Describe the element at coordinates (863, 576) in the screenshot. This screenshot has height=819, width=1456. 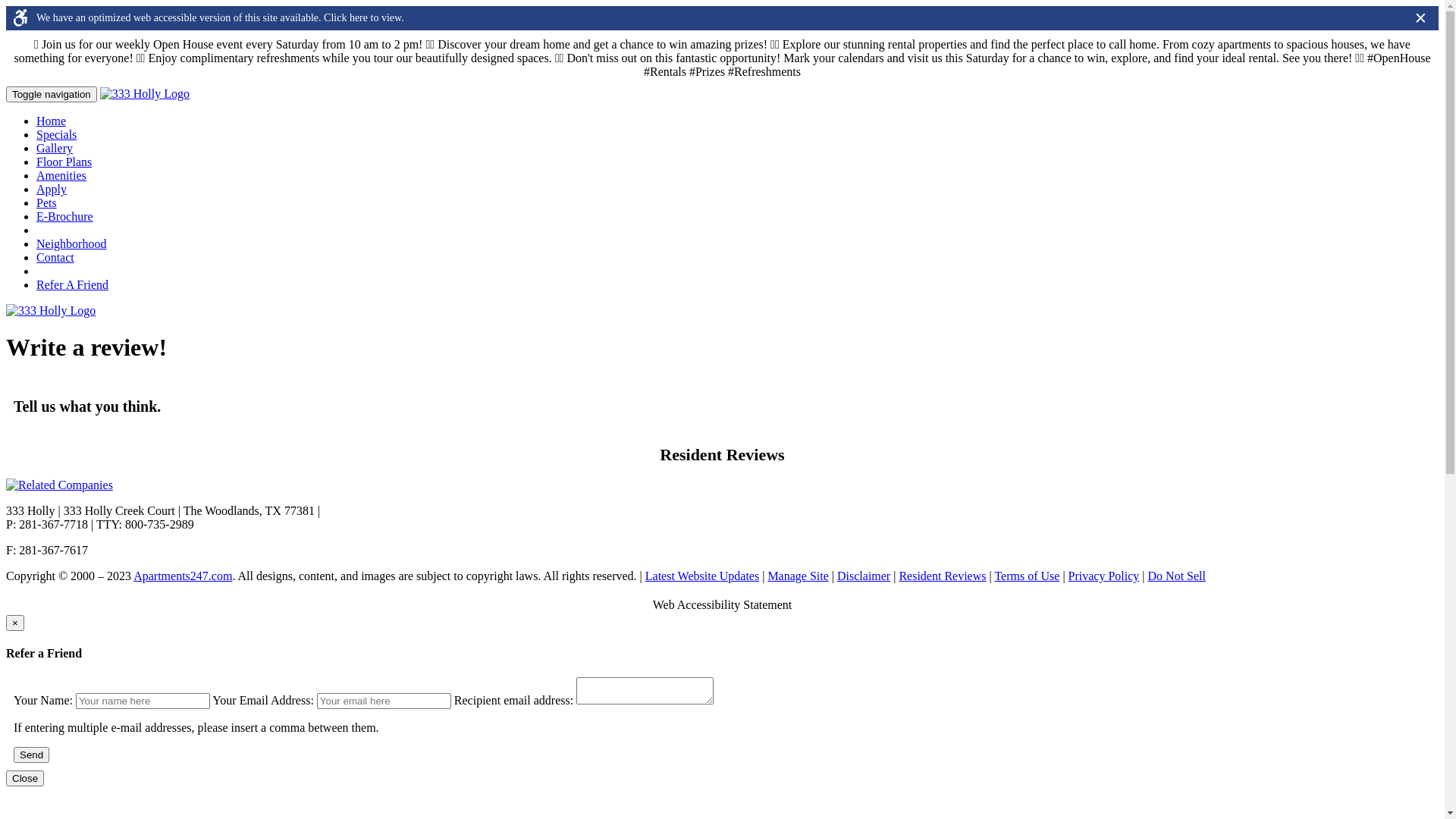
I see `'Disclaimer'` at that location.